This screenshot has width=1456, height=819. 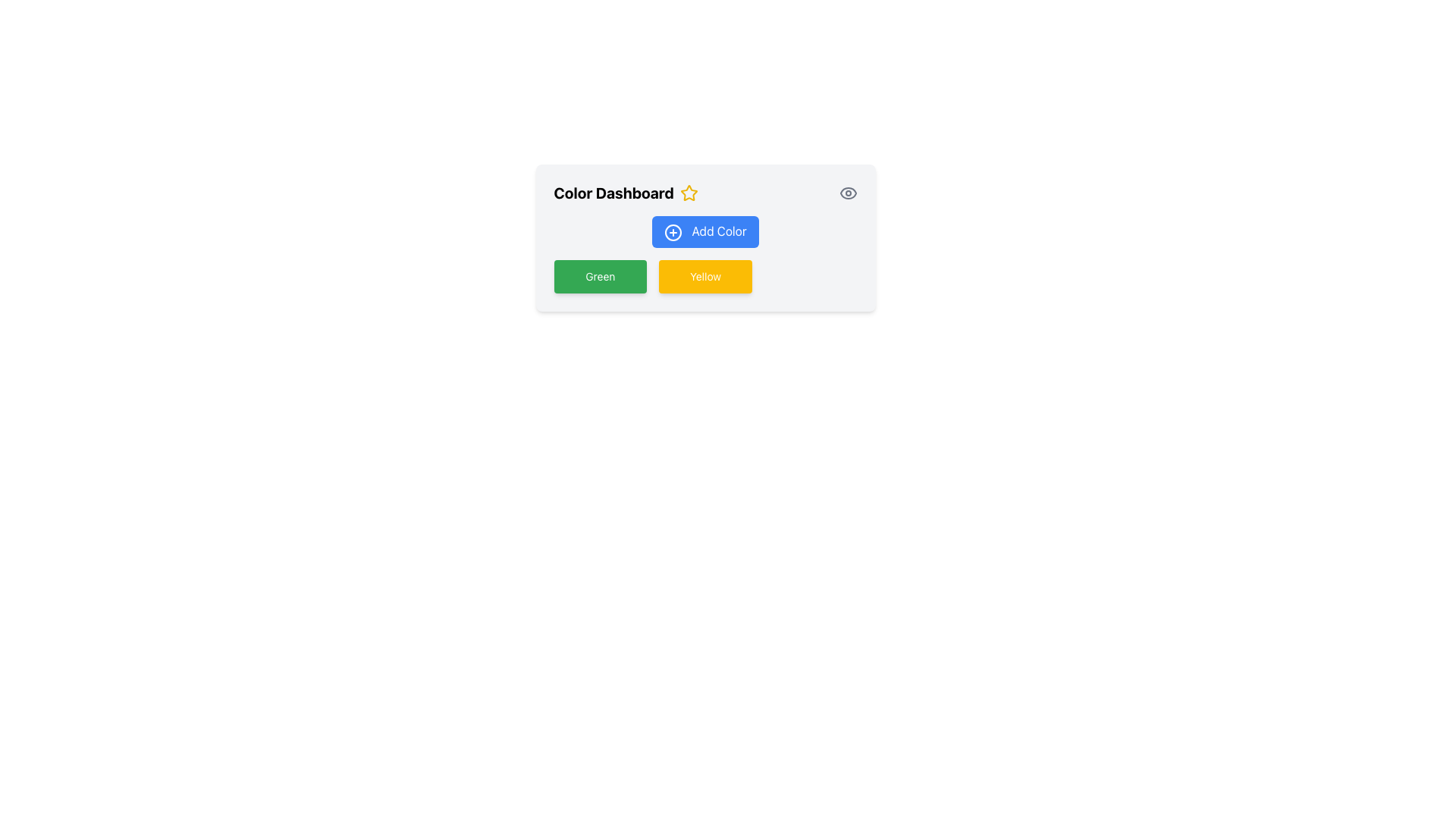 I want to click on the small gray eye icon located in the top right corner of the 'Color Dashboard' section, so click(x=847, y=192).